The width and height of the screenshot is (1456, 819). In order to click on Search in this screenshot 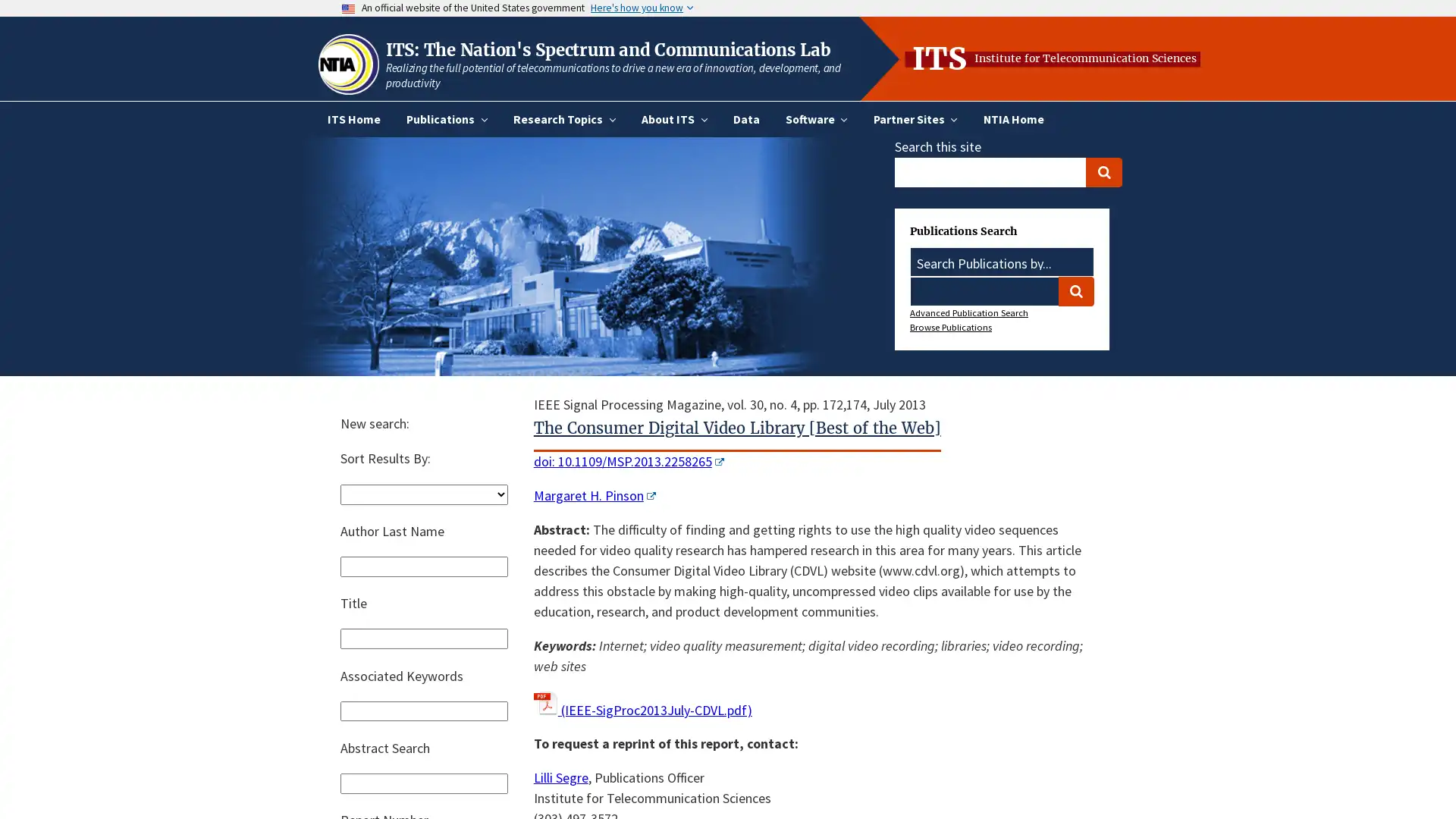, I will do `click(1103, 171)`.